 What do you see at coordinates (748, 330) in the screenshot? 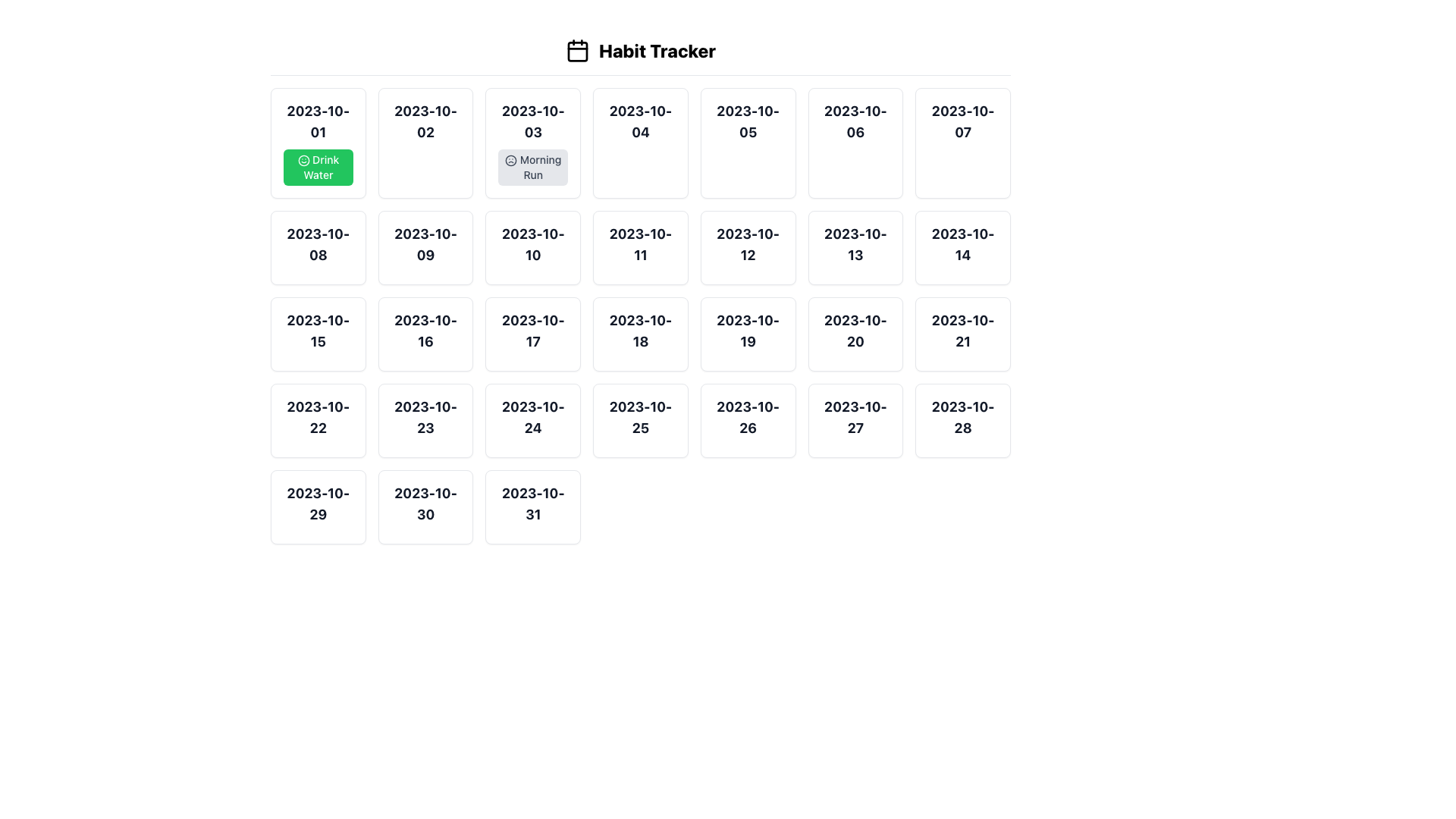
I see `the displayed static text element showing the date '2023-10-19' in bold, large font size within a calendar layout` at bounding box center [748, 330].